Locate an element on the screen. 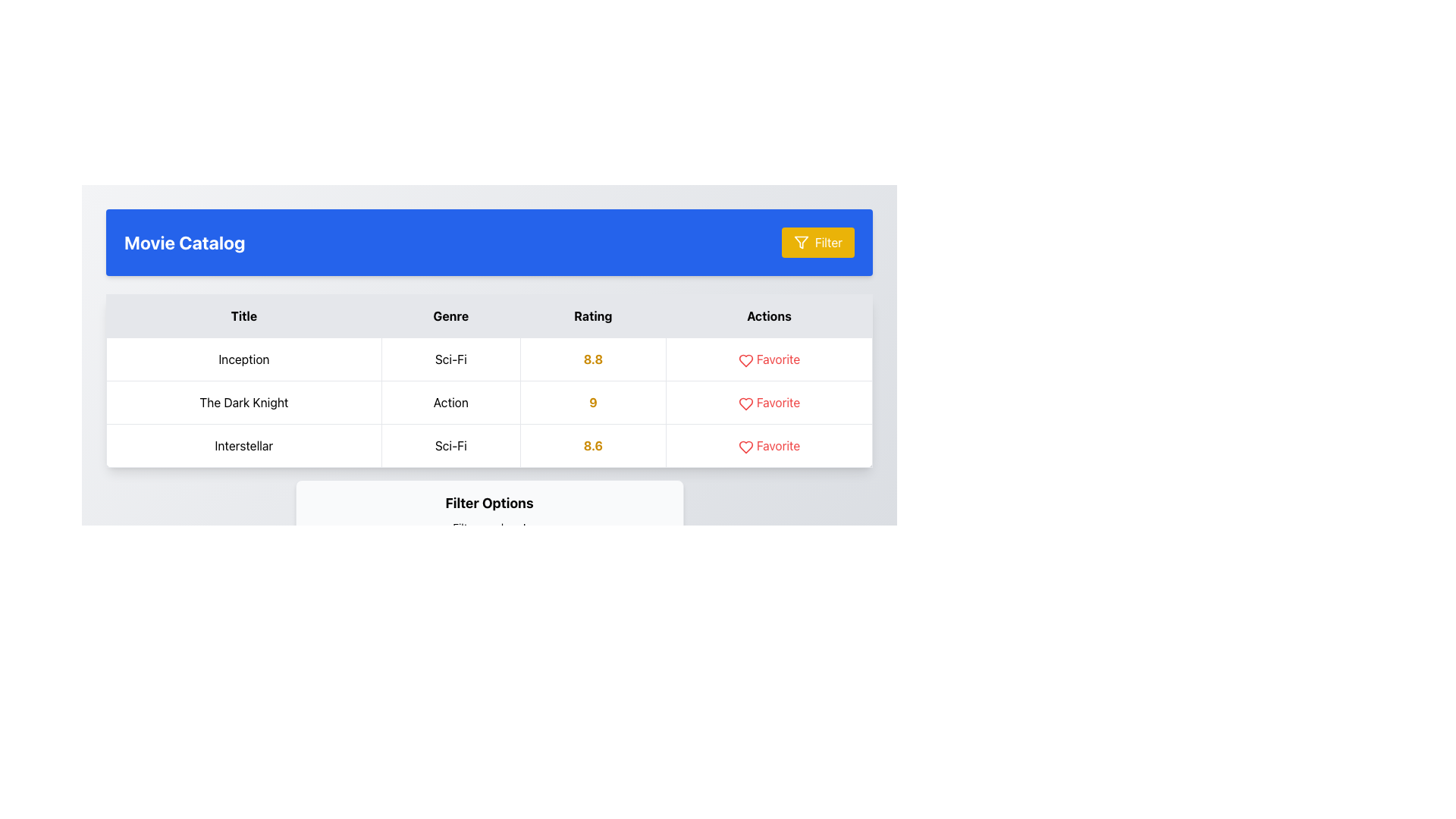 The height and width of the screenshot is (819, 1456). the triangular funnel icon located within the 'Filter' button, which is centered in its rectangular boundary at the top-right area of the layout is located at coordinates (800, 242).